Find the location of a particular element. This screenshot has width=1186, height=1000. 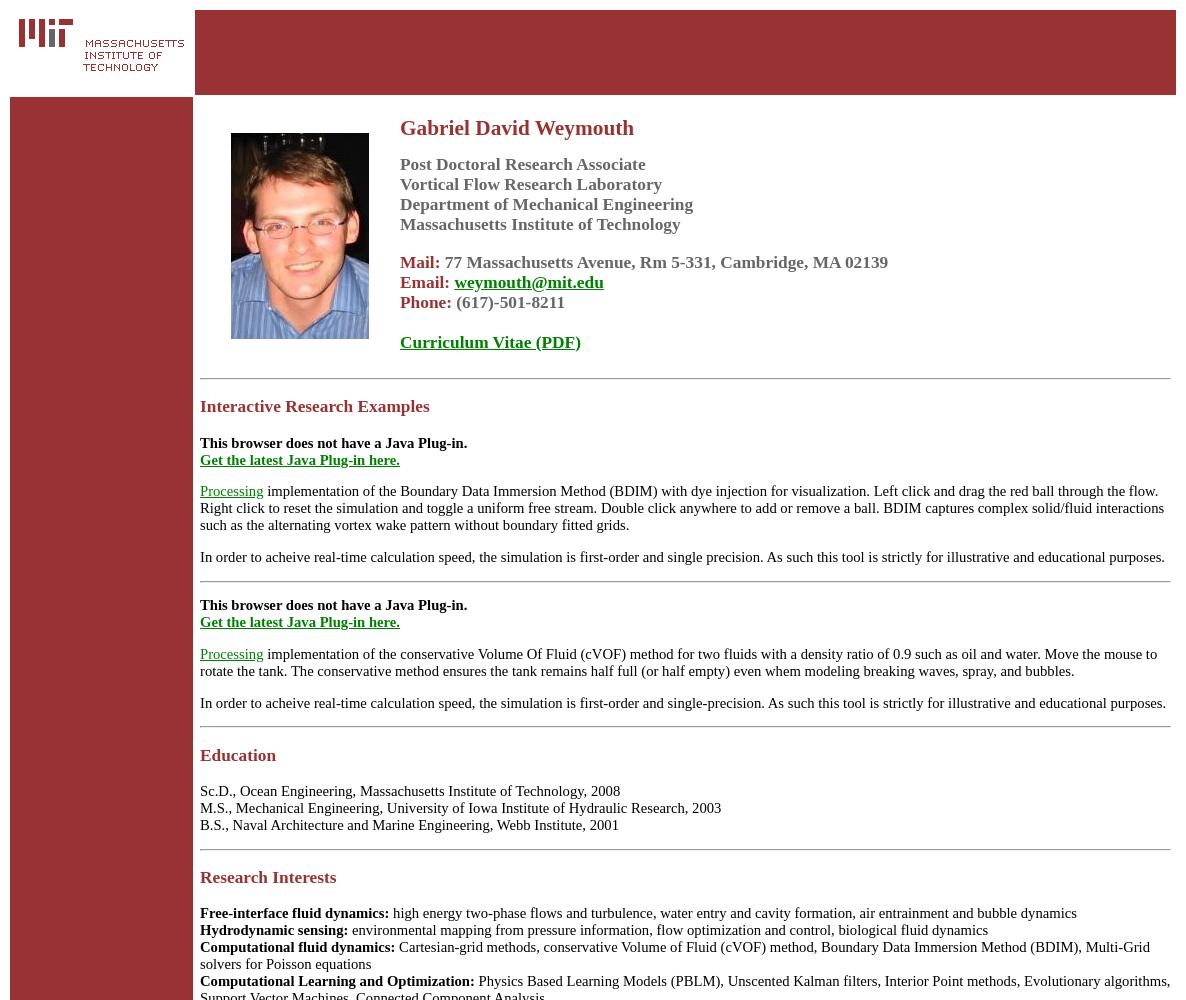

'Mail:' is located at coordinates (421, 261).